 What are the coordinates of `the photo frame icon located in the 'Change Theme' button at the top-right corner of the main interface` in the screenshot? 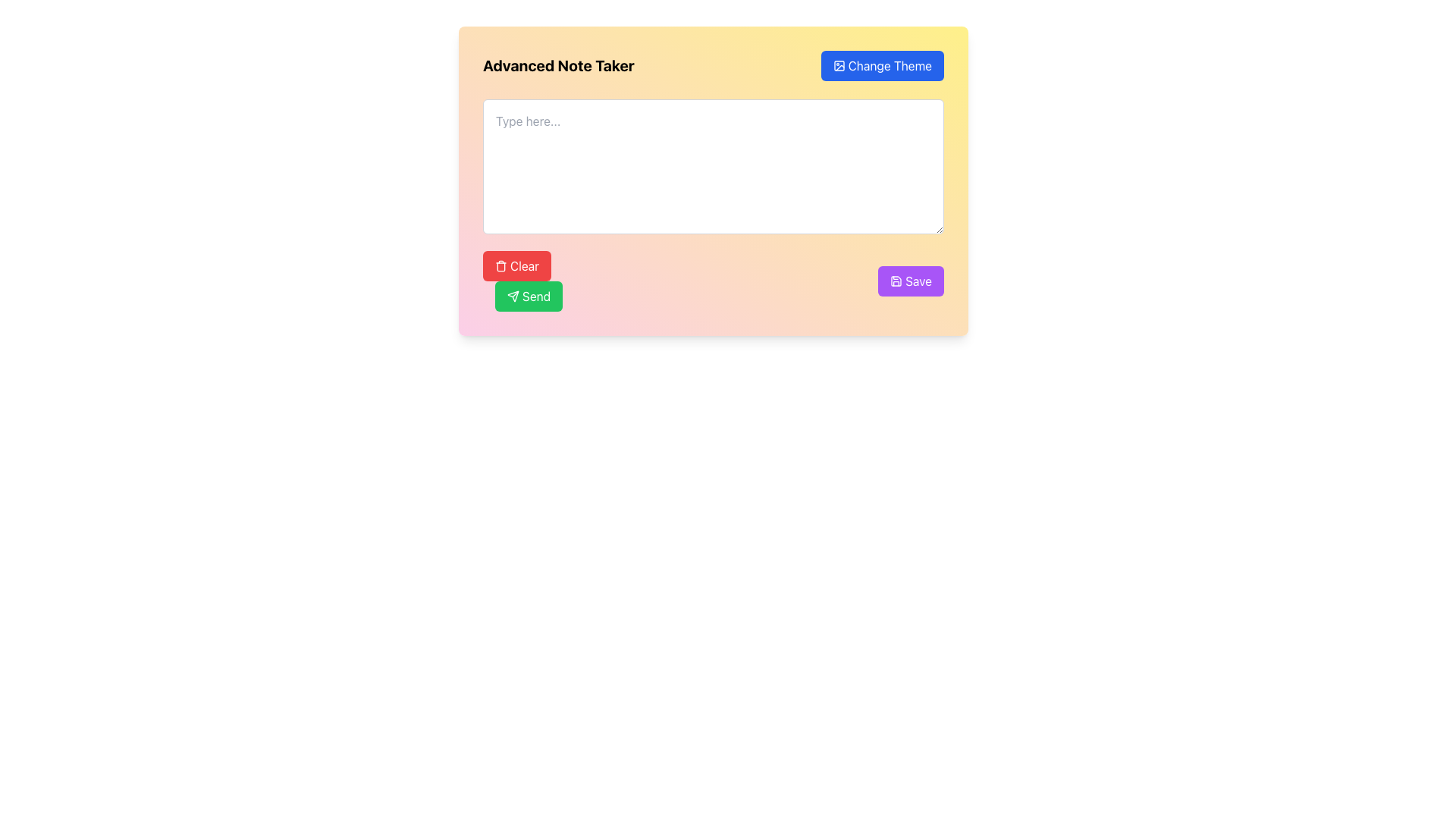 It's located at (838, 65).